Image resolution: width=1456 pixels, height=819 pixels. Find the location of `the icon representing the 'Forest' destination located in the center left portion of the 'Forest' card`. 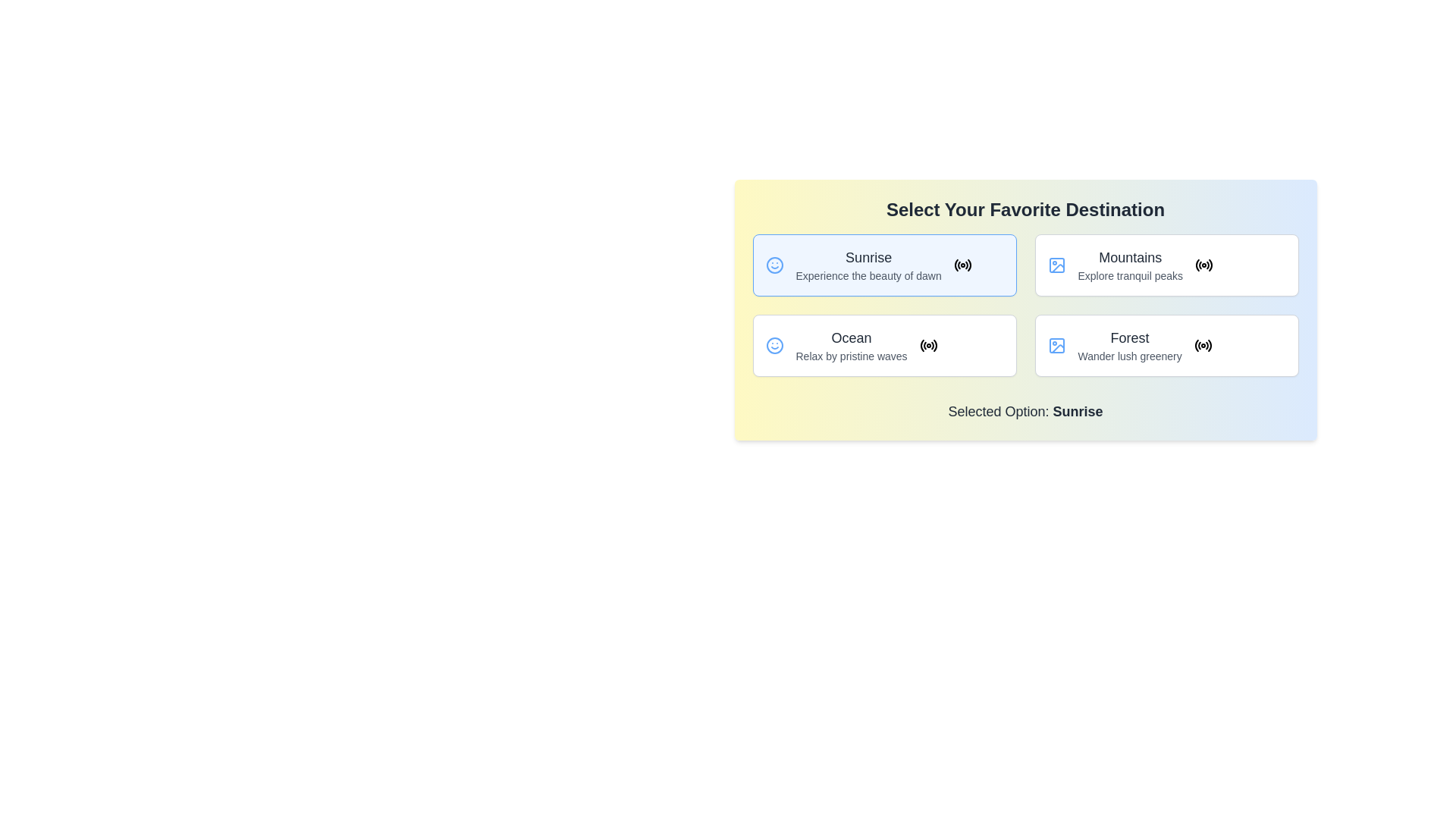

the icon representing the 'Forest' destination located in the center left portion of the 'Forest' card is located at coordinates (1056, 345).